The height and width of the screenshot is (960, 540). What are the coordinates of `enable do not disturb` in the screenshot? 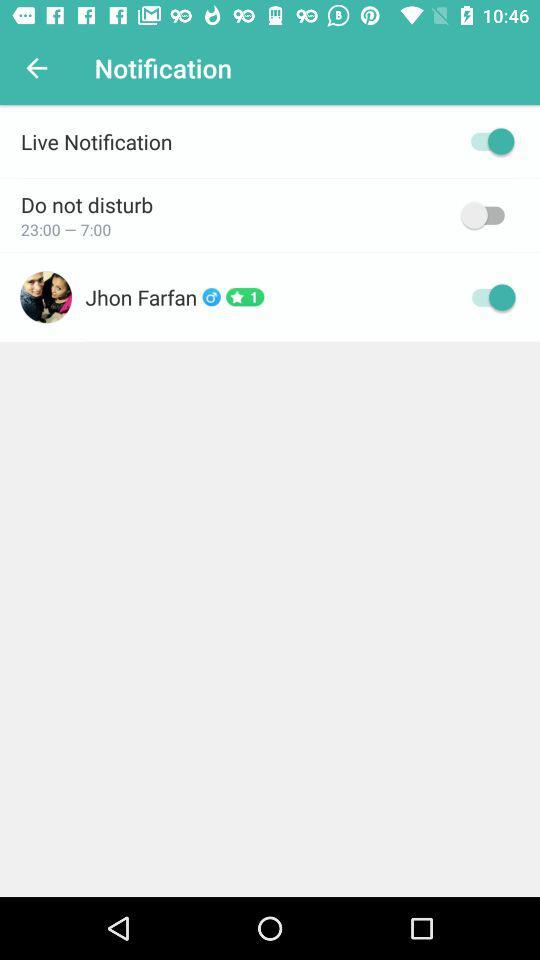 It's located at (486, 215).